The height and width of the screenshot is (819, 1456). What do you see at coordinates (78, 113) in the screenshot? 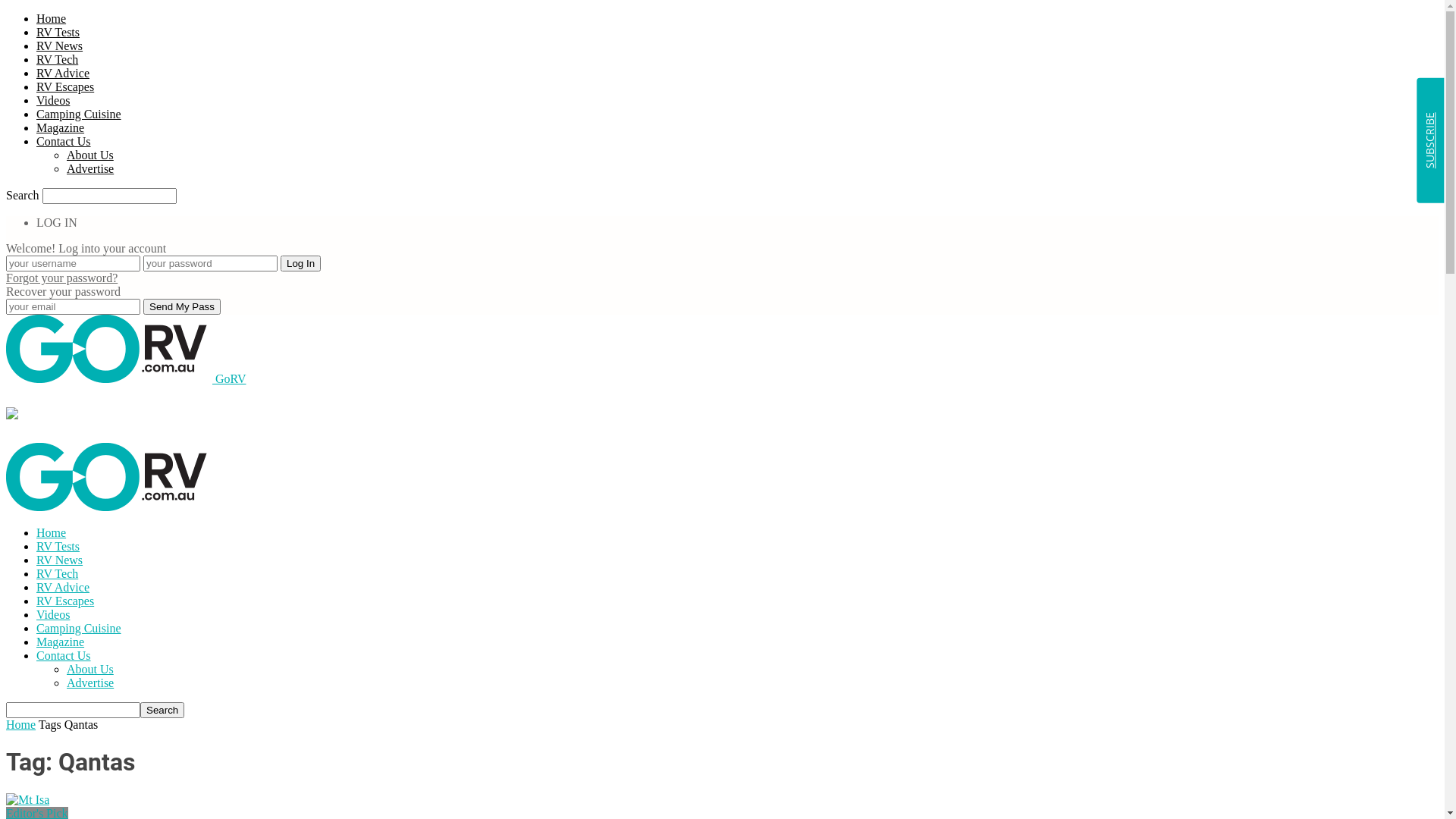
I see `'Camping Cuisine'` at bounding box center [78, 113].